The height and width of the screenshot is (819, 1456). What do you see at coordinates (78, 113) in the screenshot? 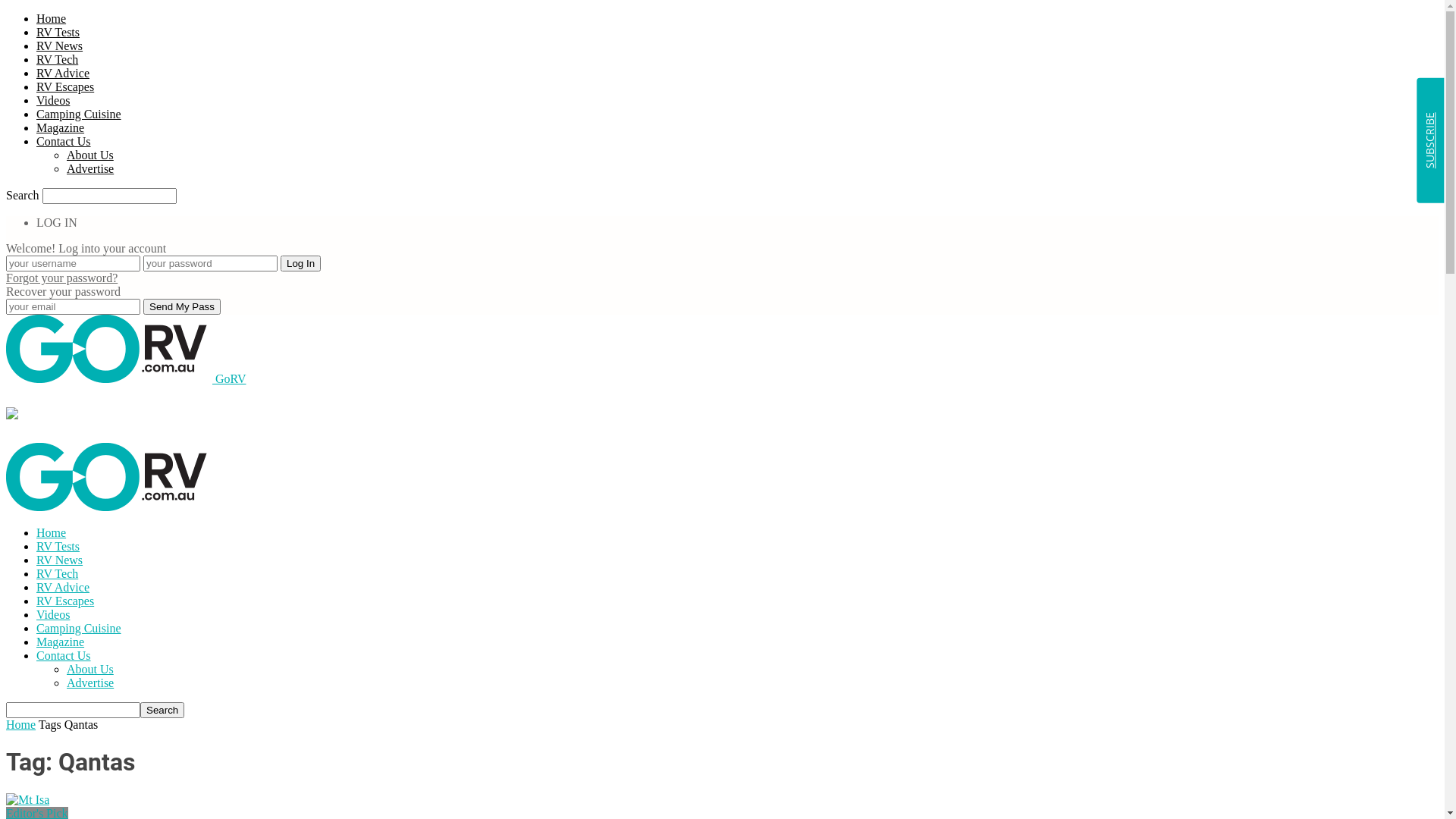
I see `'Camping Cuisine'` at bounding box center [78, 113].